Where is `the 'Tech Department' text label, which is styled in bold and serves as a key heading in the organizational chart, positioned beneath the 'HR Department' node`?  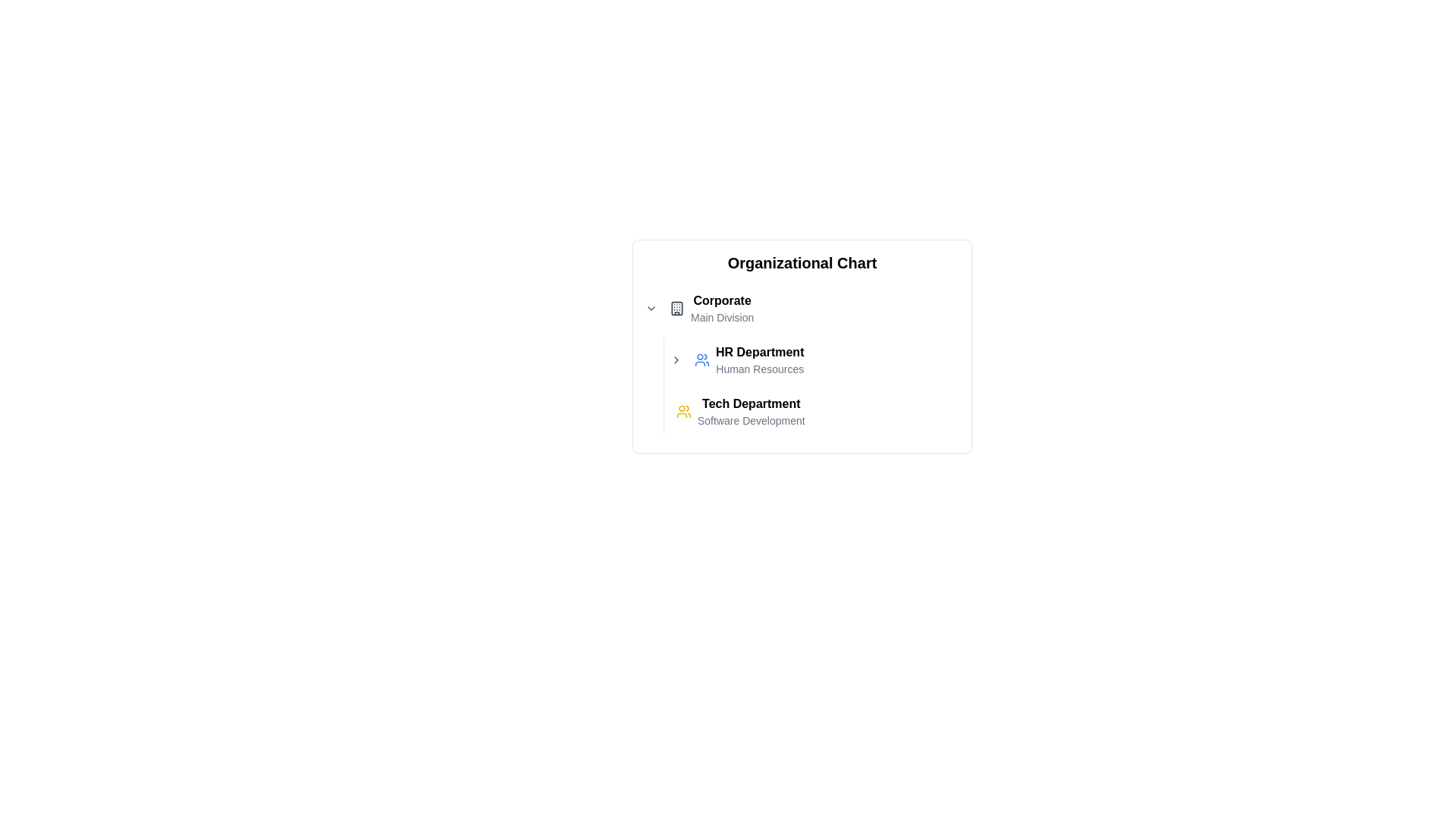 the 'Tech Department' text label, which is styled in bold and serves as a key heading in the organizational chart, positioned beneath the 'HR Department' node is located at coordinates (751, 403).